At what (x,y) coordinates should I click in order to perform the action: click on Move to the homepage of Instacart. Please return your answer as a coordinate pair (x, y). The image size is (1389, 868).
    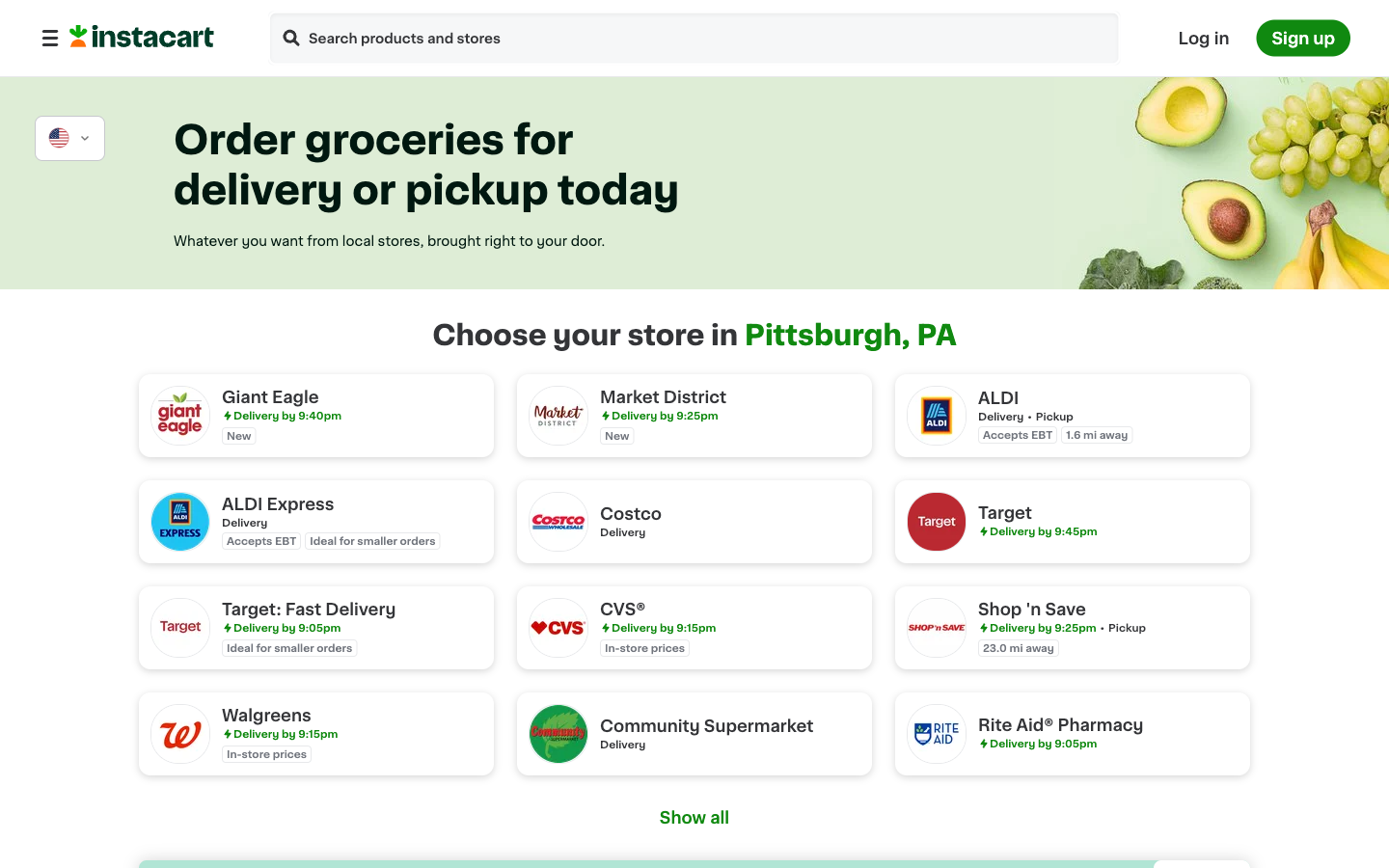
    Looking at the image, I should click on (141, 41).